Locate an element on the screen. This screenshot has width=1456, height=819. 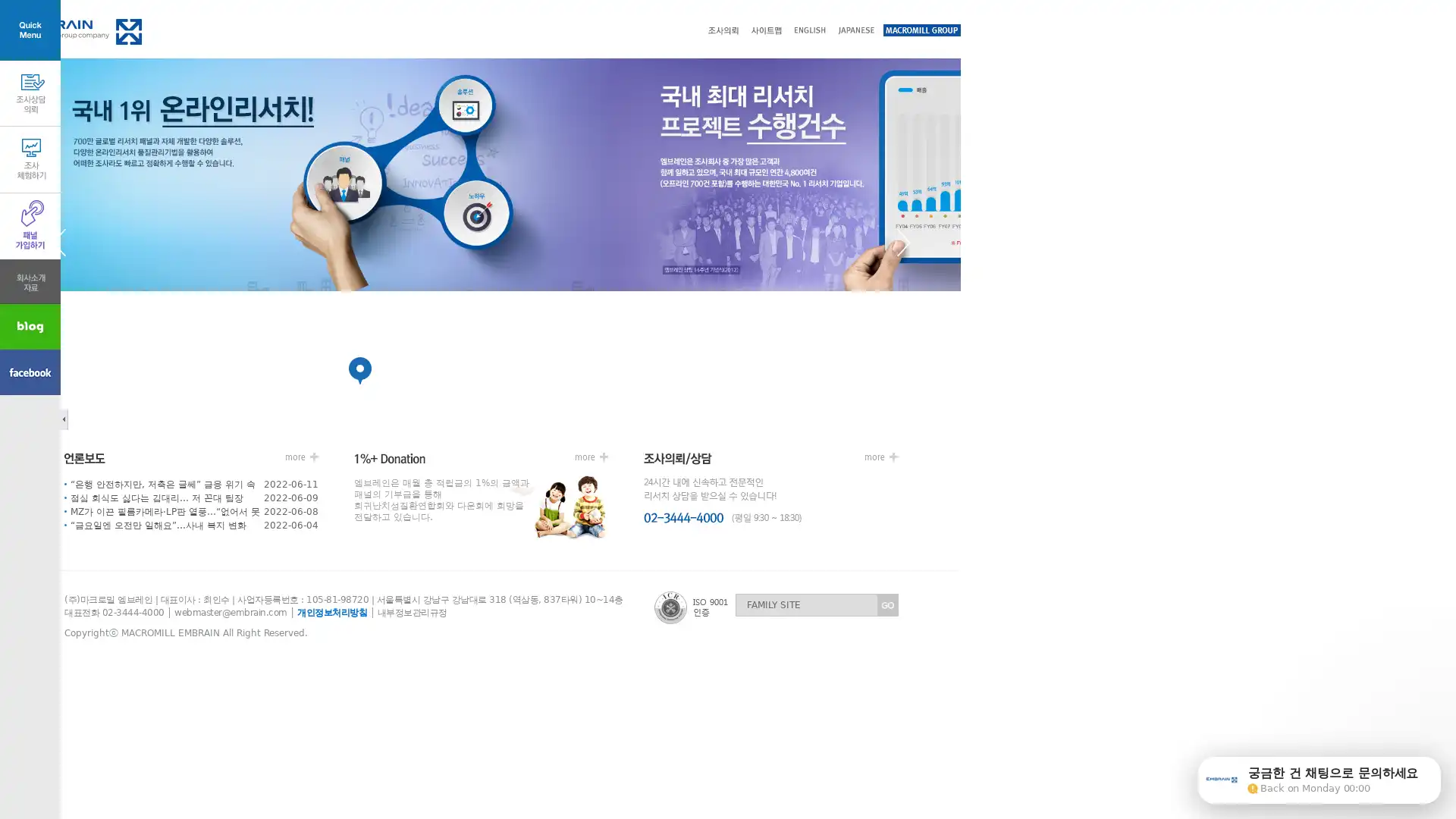
1 is located at coordinates (419, 371).